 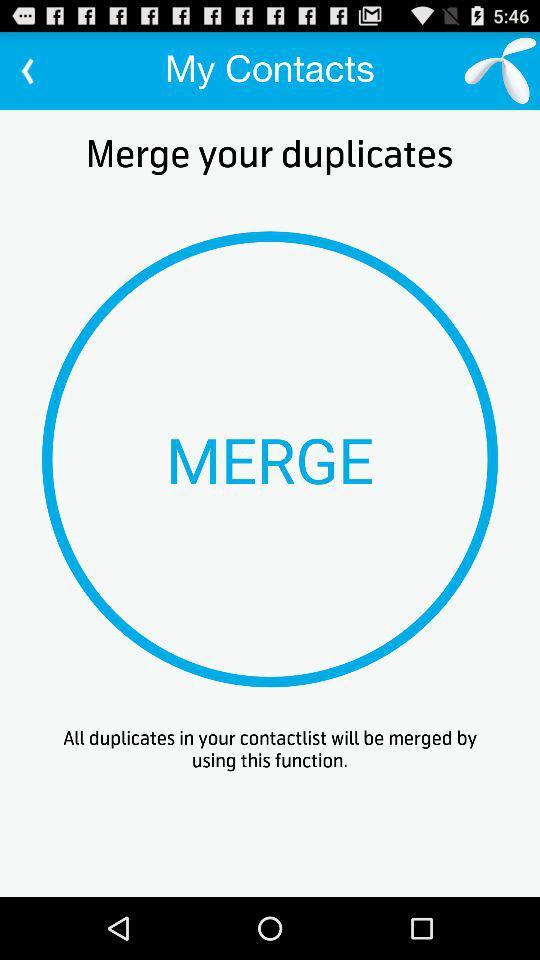 What do you see at coordinates (270, 459) in the screenshot?
I see `merge duplicate entries in your contact list` at bounding box center [270, 459].